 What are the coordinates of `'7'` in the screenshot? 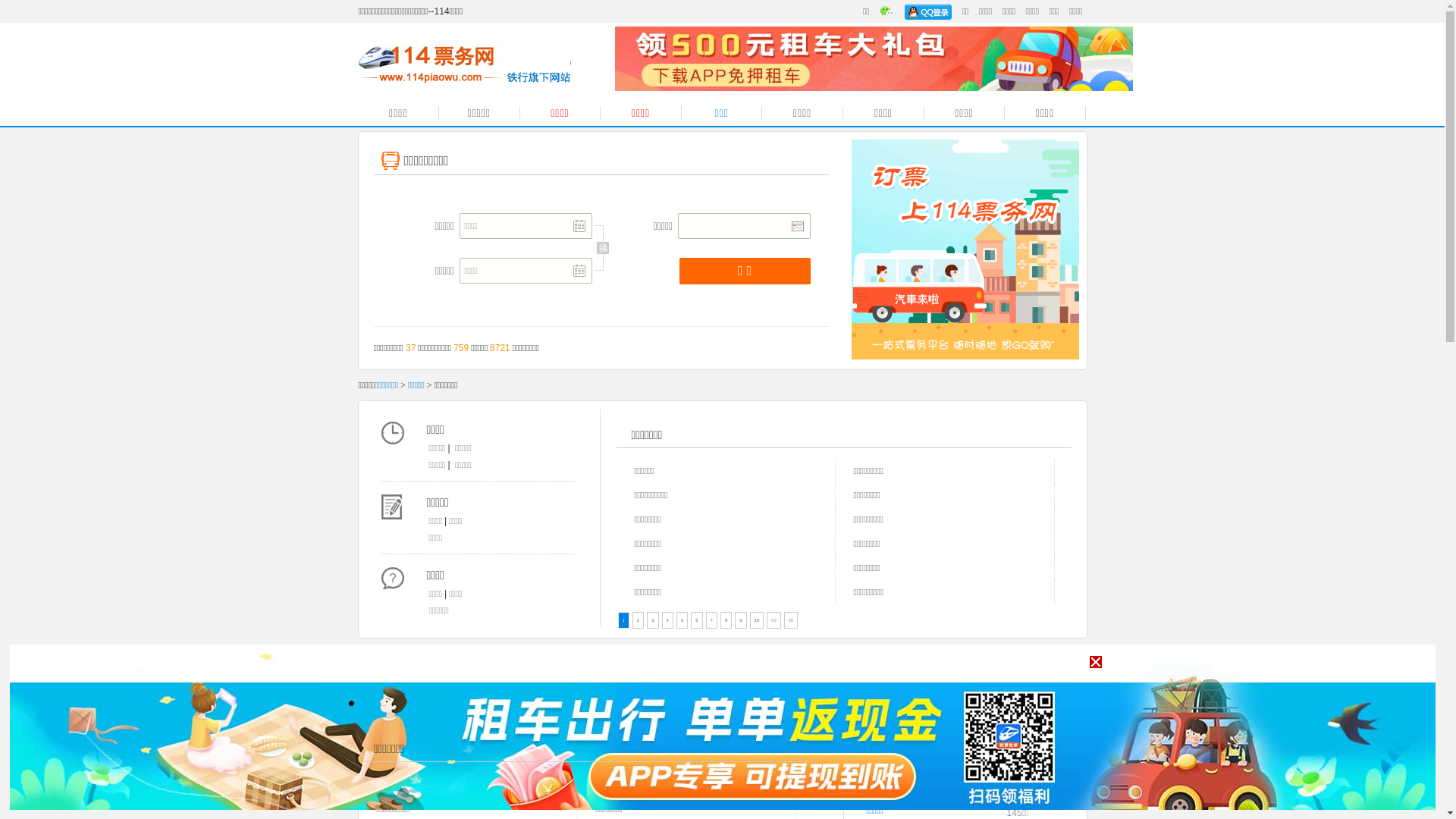 It's located at (705, 620).